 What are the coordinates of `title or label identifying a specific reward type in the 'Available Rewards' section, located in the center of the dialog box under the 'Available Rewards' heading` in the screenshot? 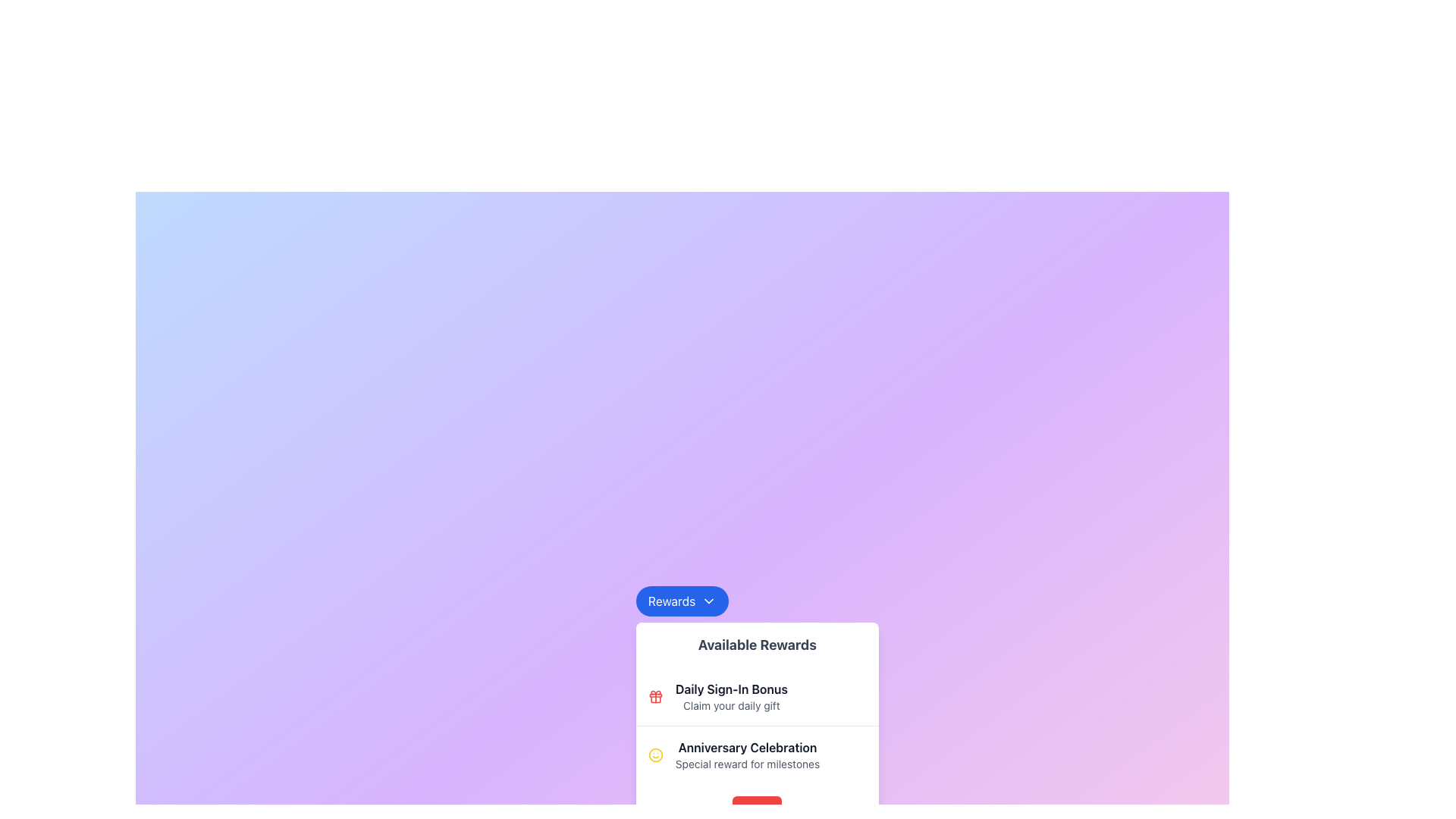 It's located at (748, 747).